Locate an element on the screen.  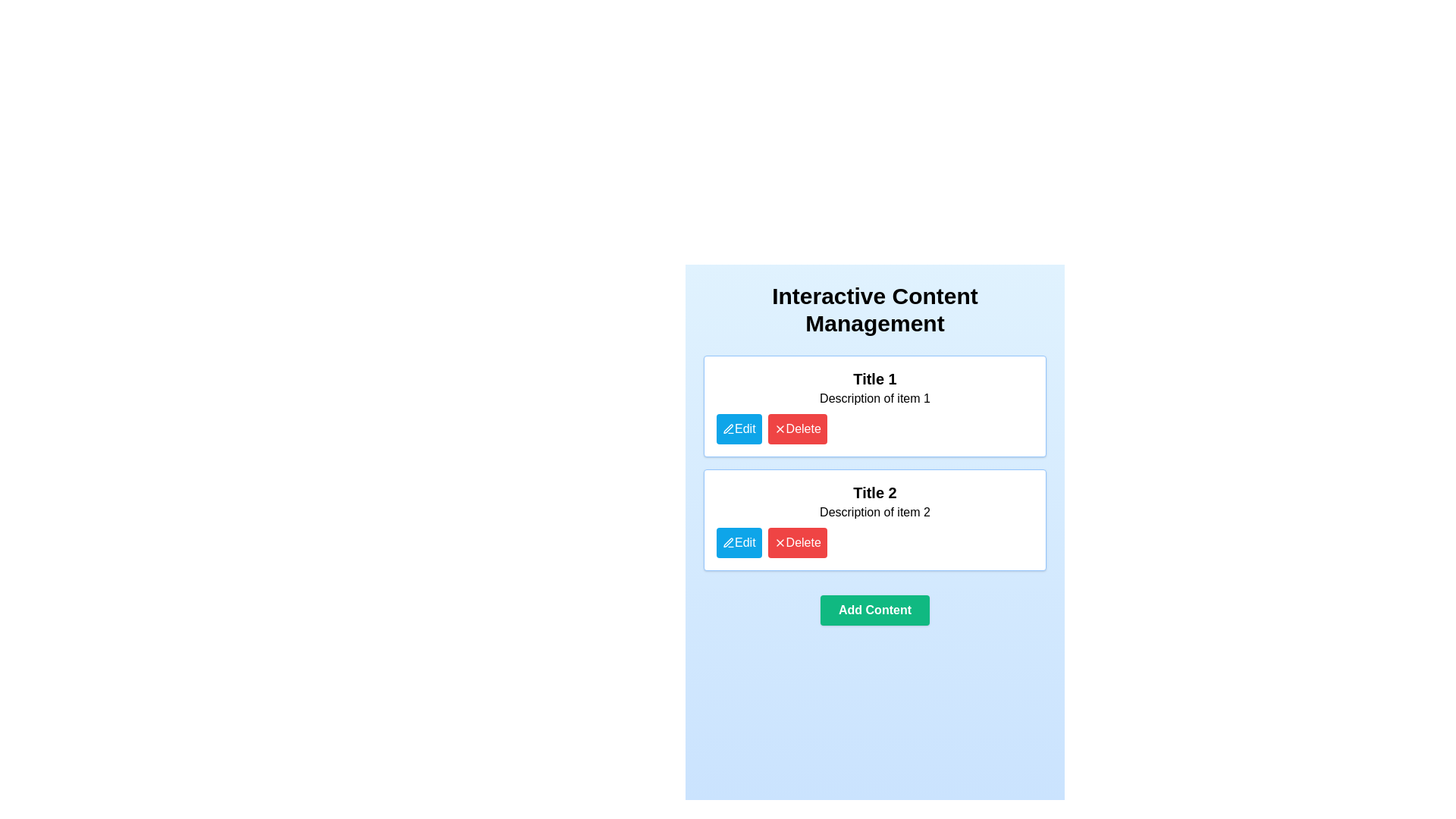
the button located to the left of the red 'Delete' button in the top-left corner of the 'Title 2 Description of item 2' block is located at coordinates (739, 542).